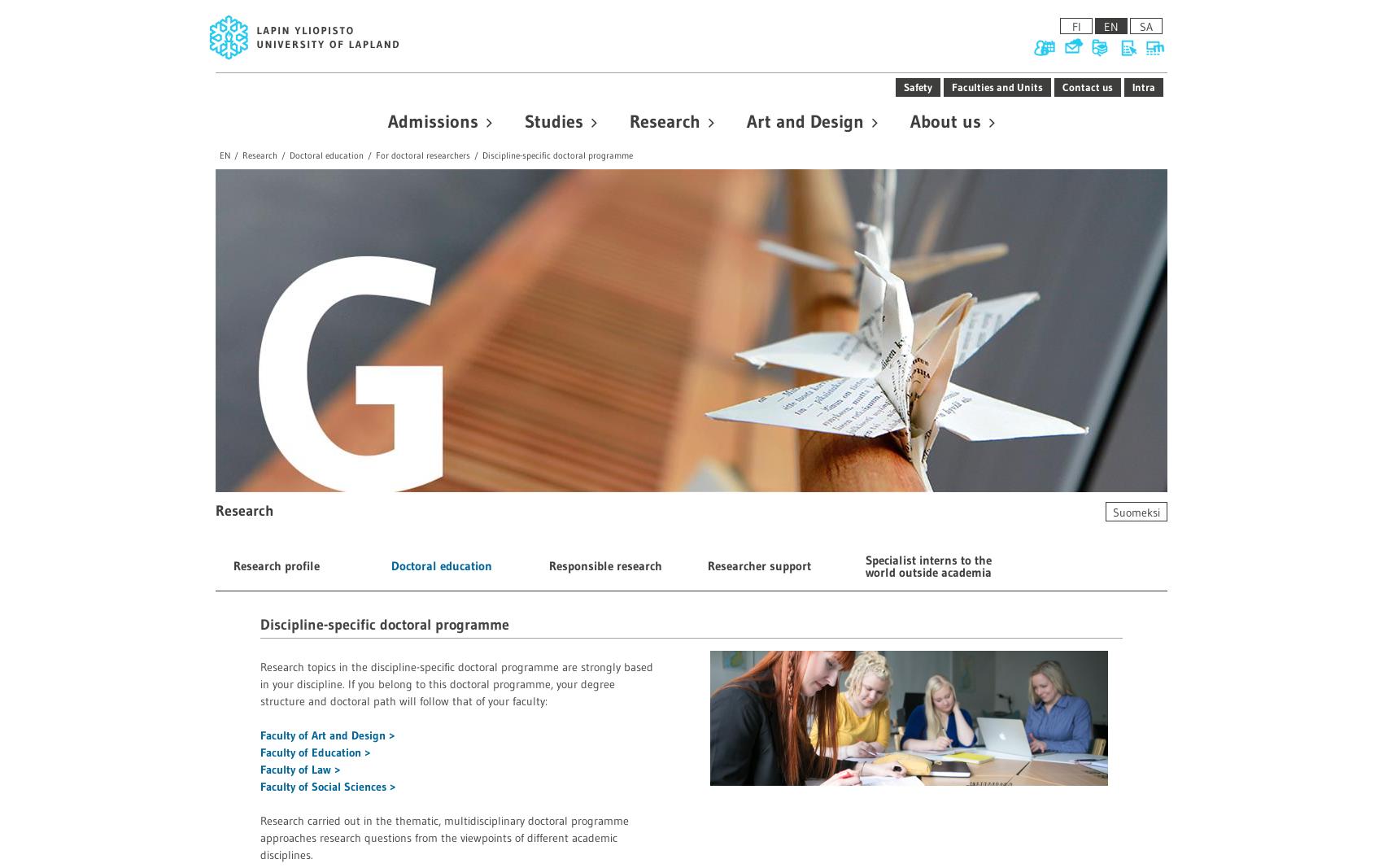  I want to click on 'Research topics in the discipline-specific doctoral programme are strongly based in your discipline. If you belong to this doctoral programme, your degree structure and doctoral path will follow that of your faculty:', so click(456, 683).